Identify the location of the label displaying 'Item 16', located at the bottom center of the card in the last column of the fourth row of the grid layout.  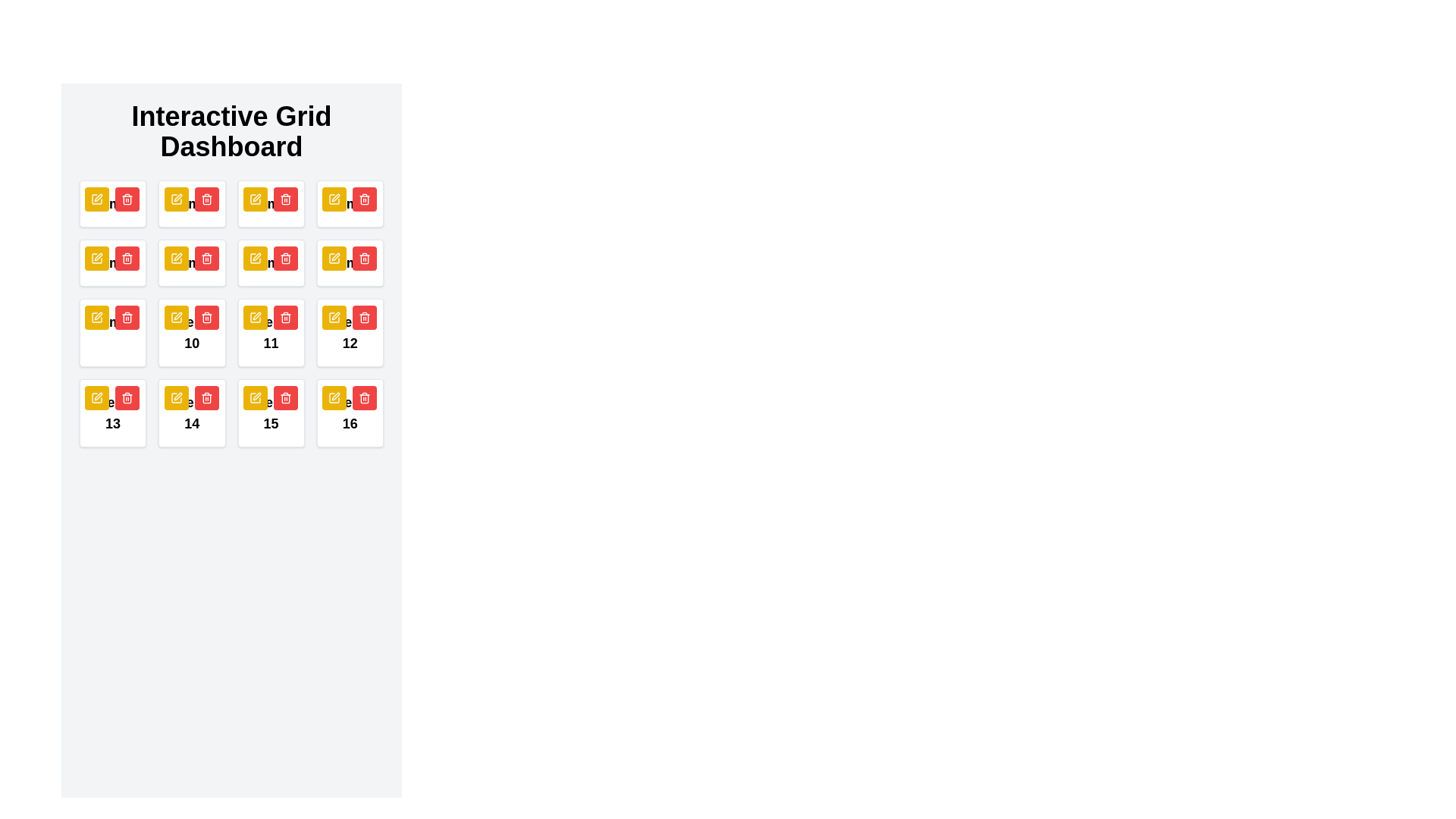
(349, 413).